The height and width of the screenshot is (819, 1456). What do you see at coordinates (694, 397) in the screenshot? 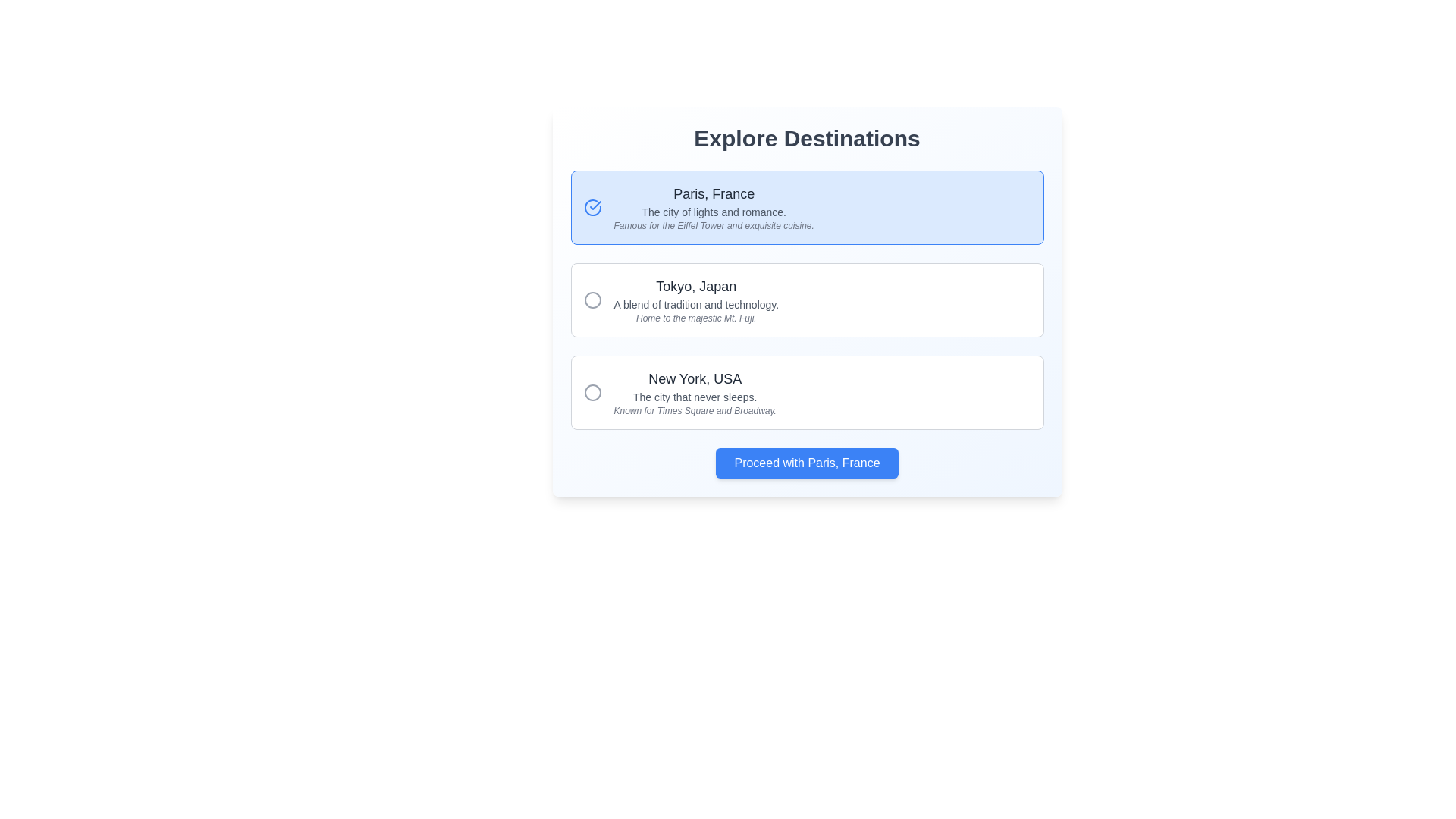
I see `the static text element that reads 'The city that never sleeps.', styled with smaller, gray-colored text, located beneath 'New York, USA'` at bounding box center [694, 397].